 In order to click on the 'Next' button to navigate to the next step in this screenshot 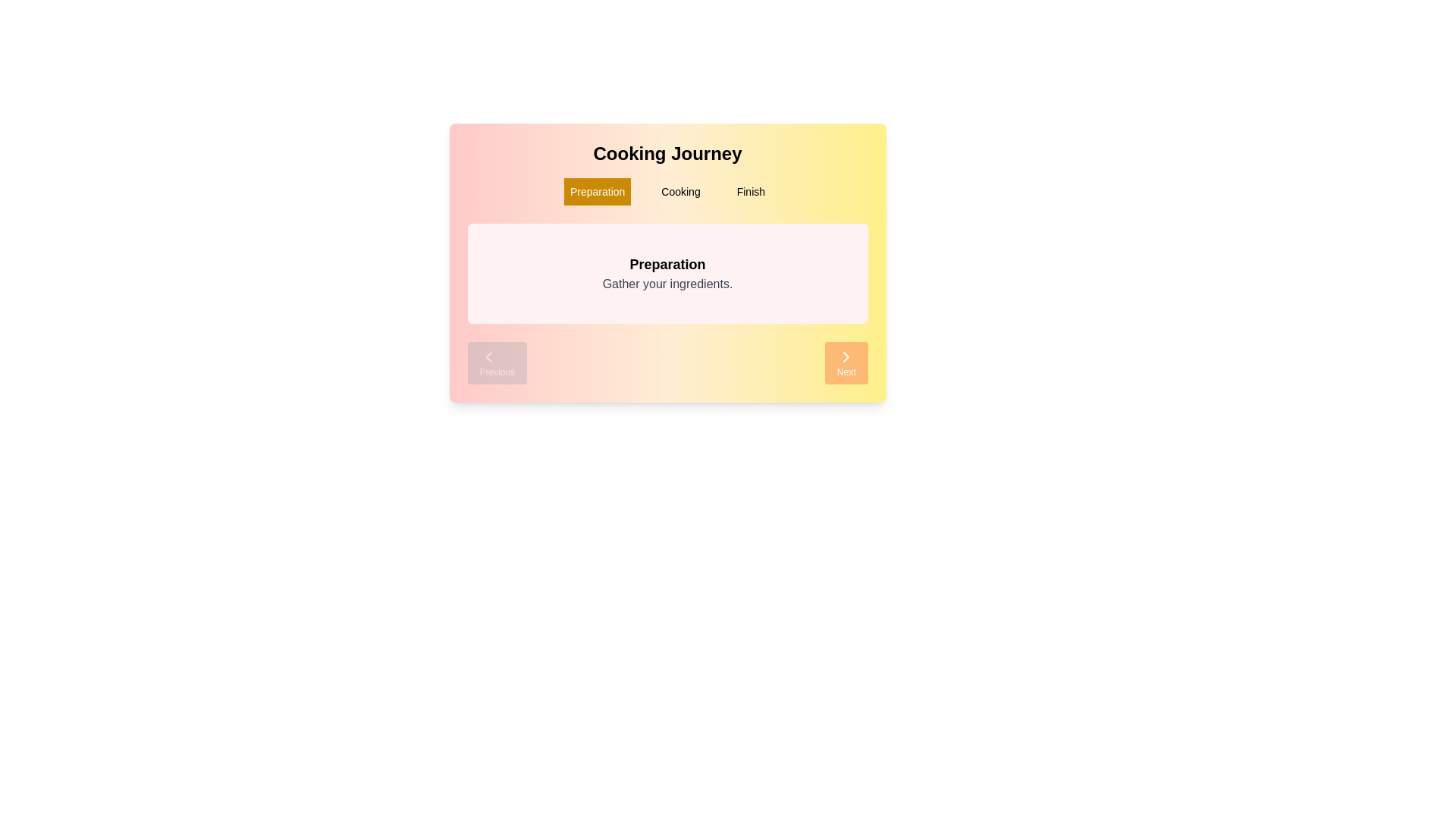, I will do `click(846, 362)`.